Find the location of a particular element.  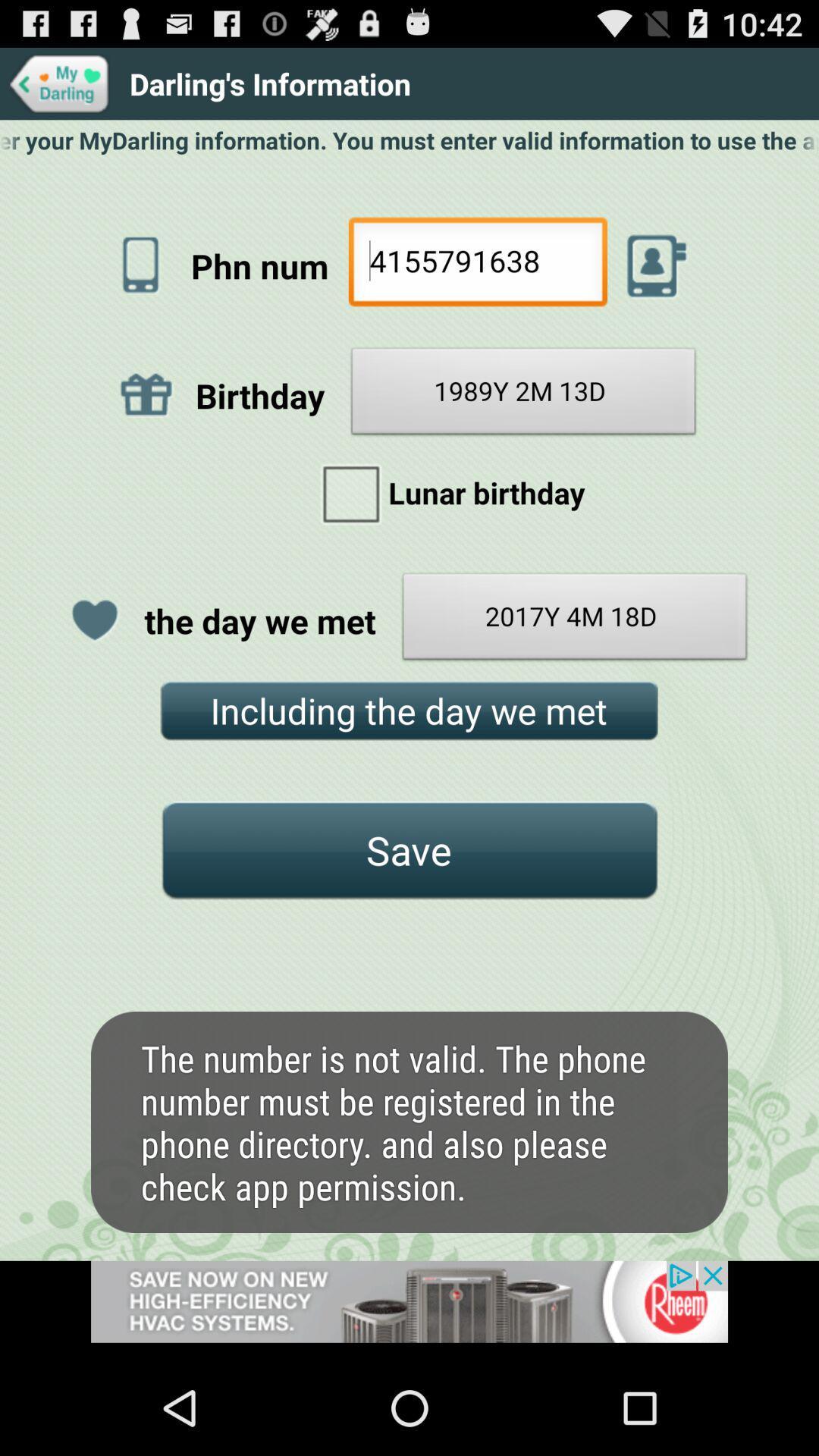

the contact list is located at coordinates (656, 265).